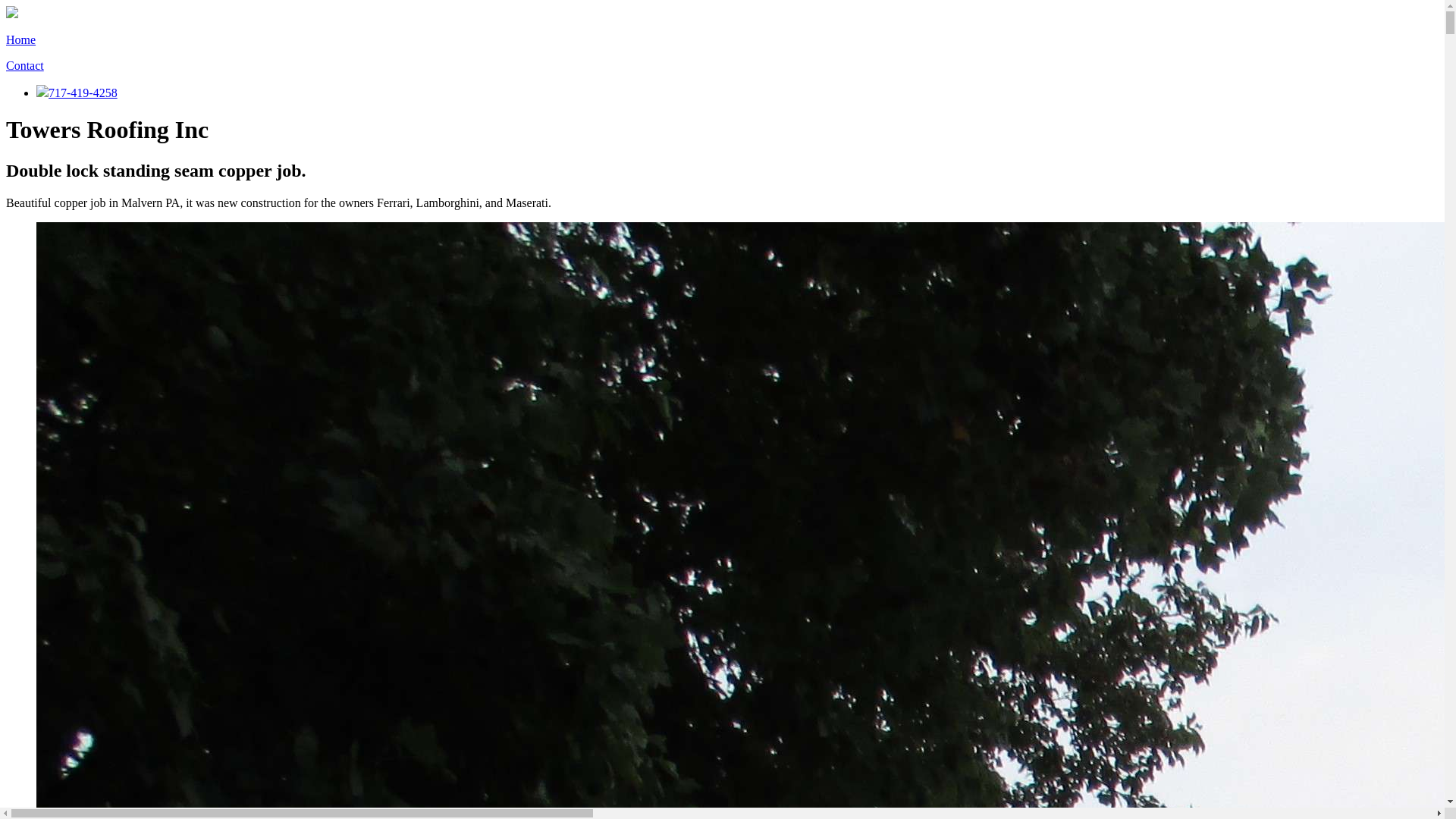 The height and width of the screenshot is (819, 1456). Describe the element at coordinates (25, 64) in the screenshot. I see `'Contact'` at that location.